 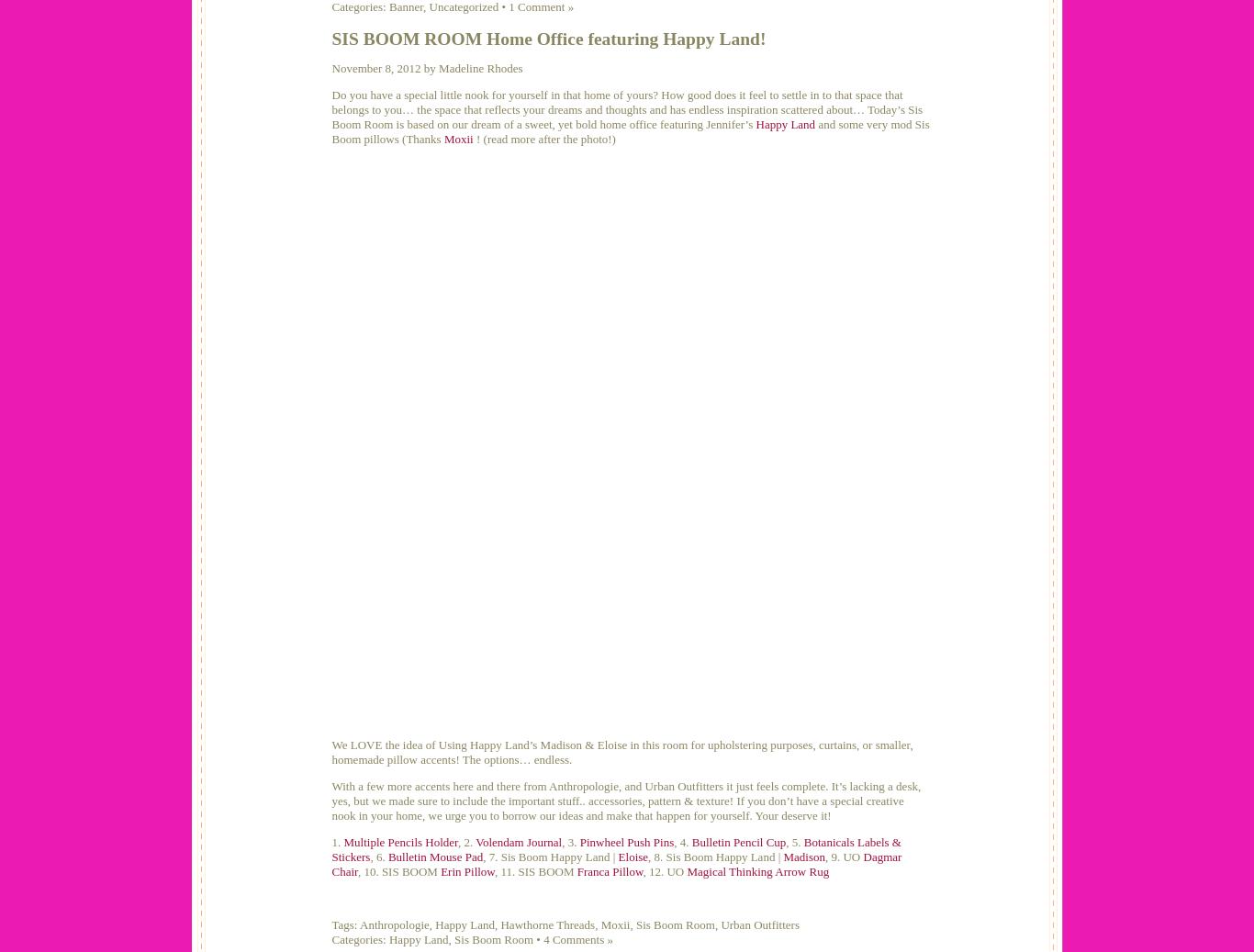 I want to click on 'Urban Outfitters', so click(x=721, y=924).